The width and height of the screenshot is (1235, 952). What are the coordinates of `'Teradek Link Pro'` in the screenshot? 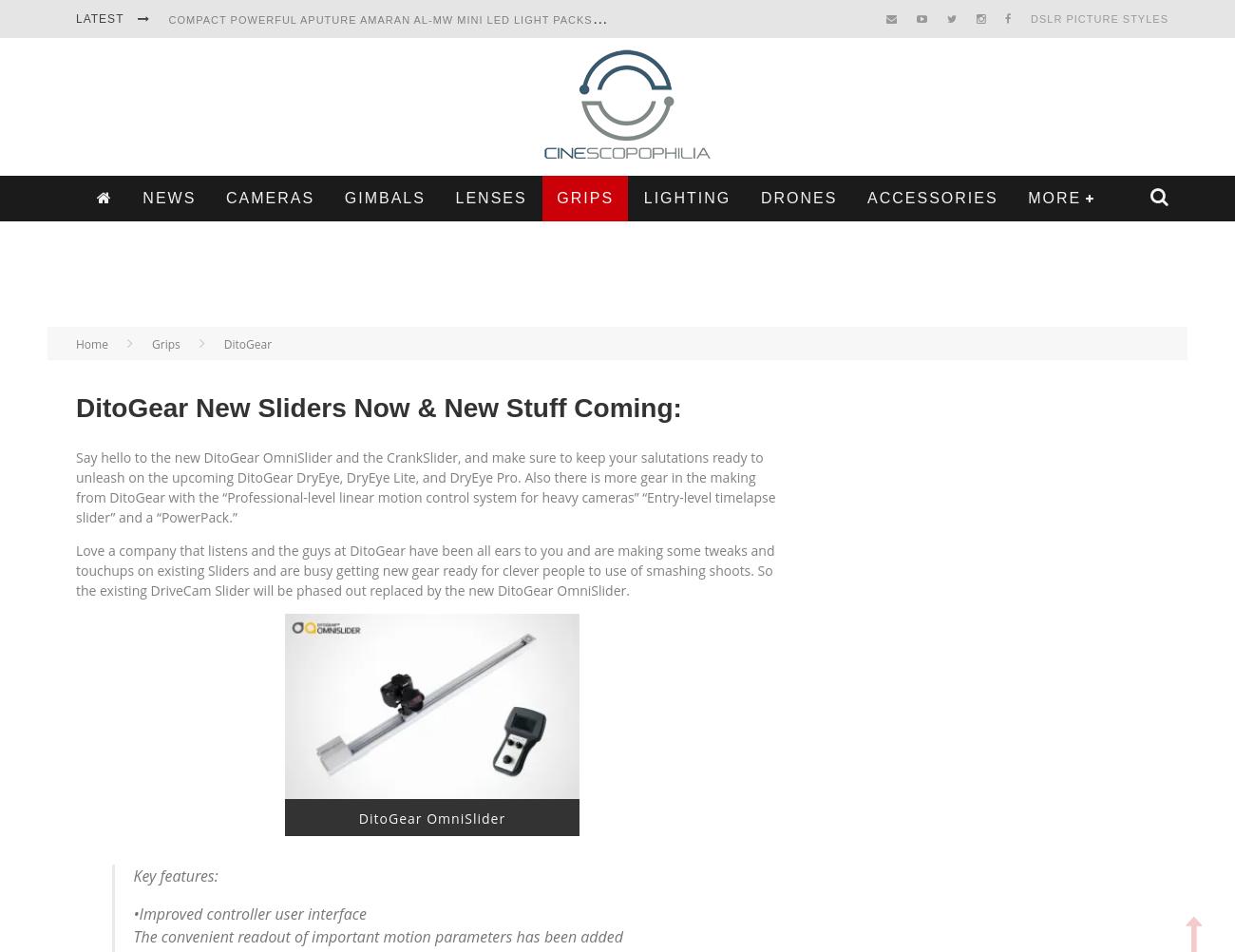 It's located at (225, 175).